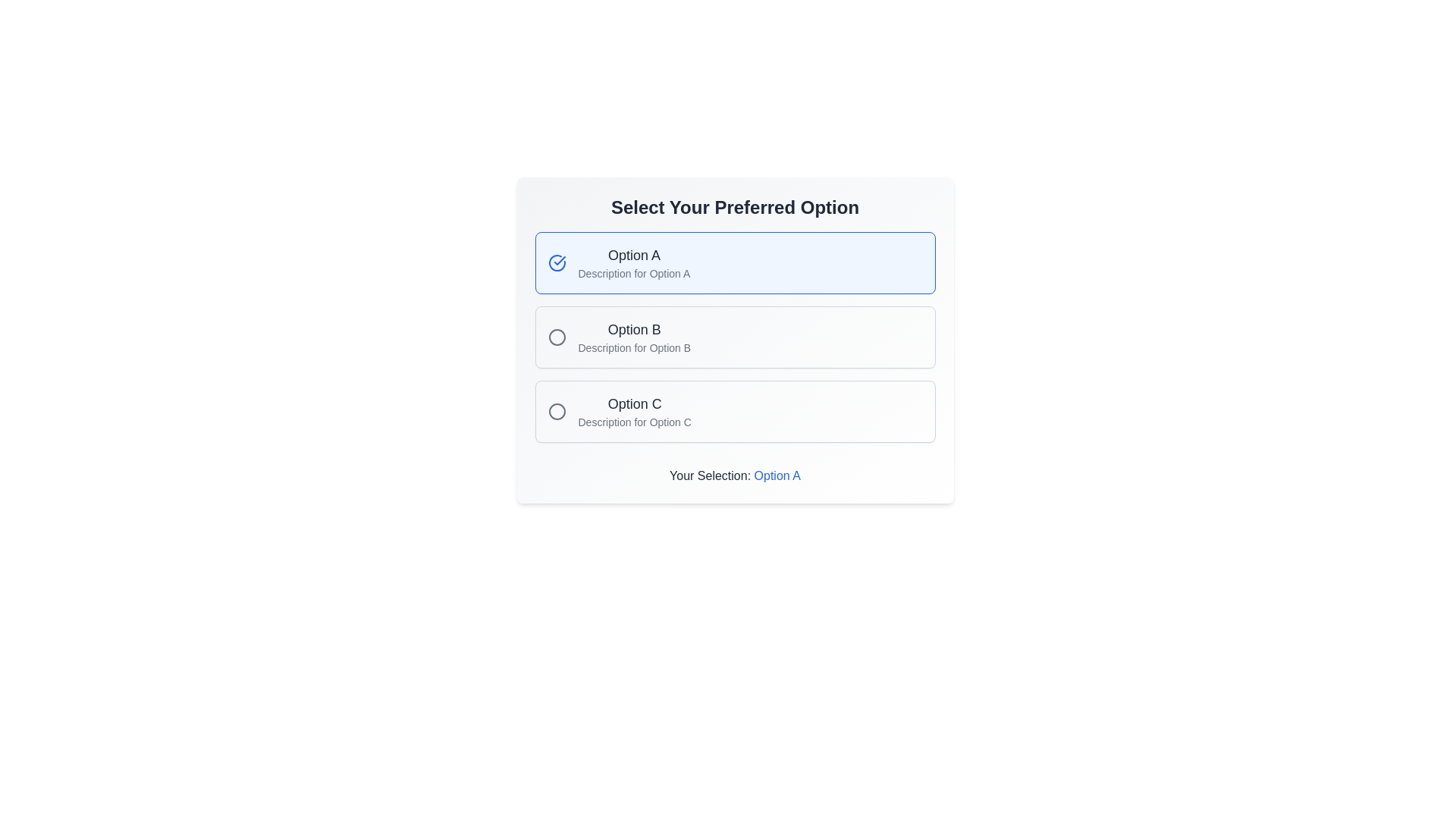 The width and height of the screenshot is (1456, 819). What do you see at coordinates (635, 412) in the screenshot?
I see `on the 'Option C' text label within its selectable card` at bounding box center [635, 412].